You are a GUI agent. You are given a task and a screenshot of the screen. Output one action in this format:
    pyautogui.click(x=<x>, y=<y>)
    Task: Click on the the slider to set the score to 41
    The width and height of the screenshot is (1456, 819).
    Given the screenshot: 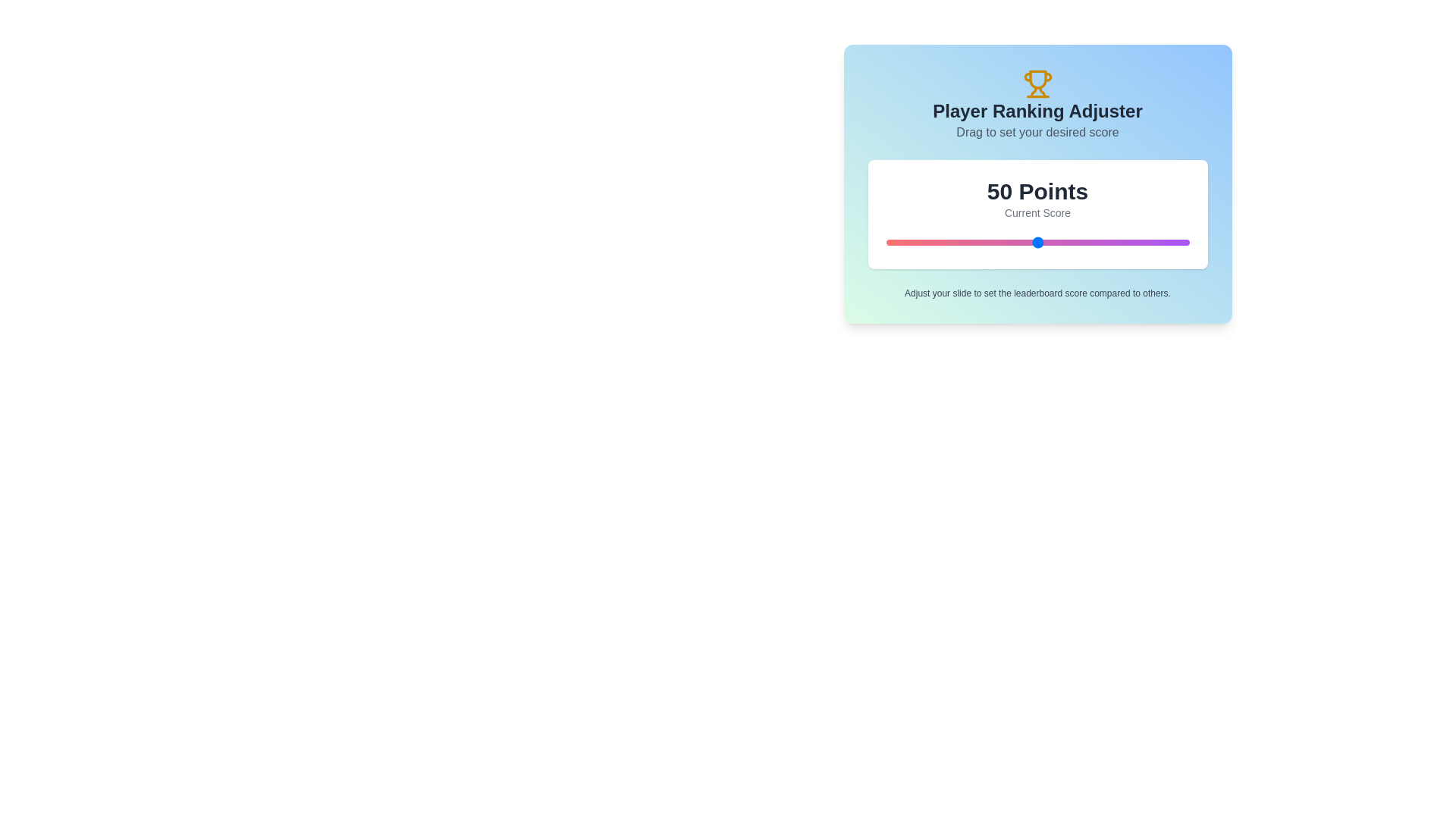 What is the action you would take?
    pyautogui.click(x=1010, y=242)
    